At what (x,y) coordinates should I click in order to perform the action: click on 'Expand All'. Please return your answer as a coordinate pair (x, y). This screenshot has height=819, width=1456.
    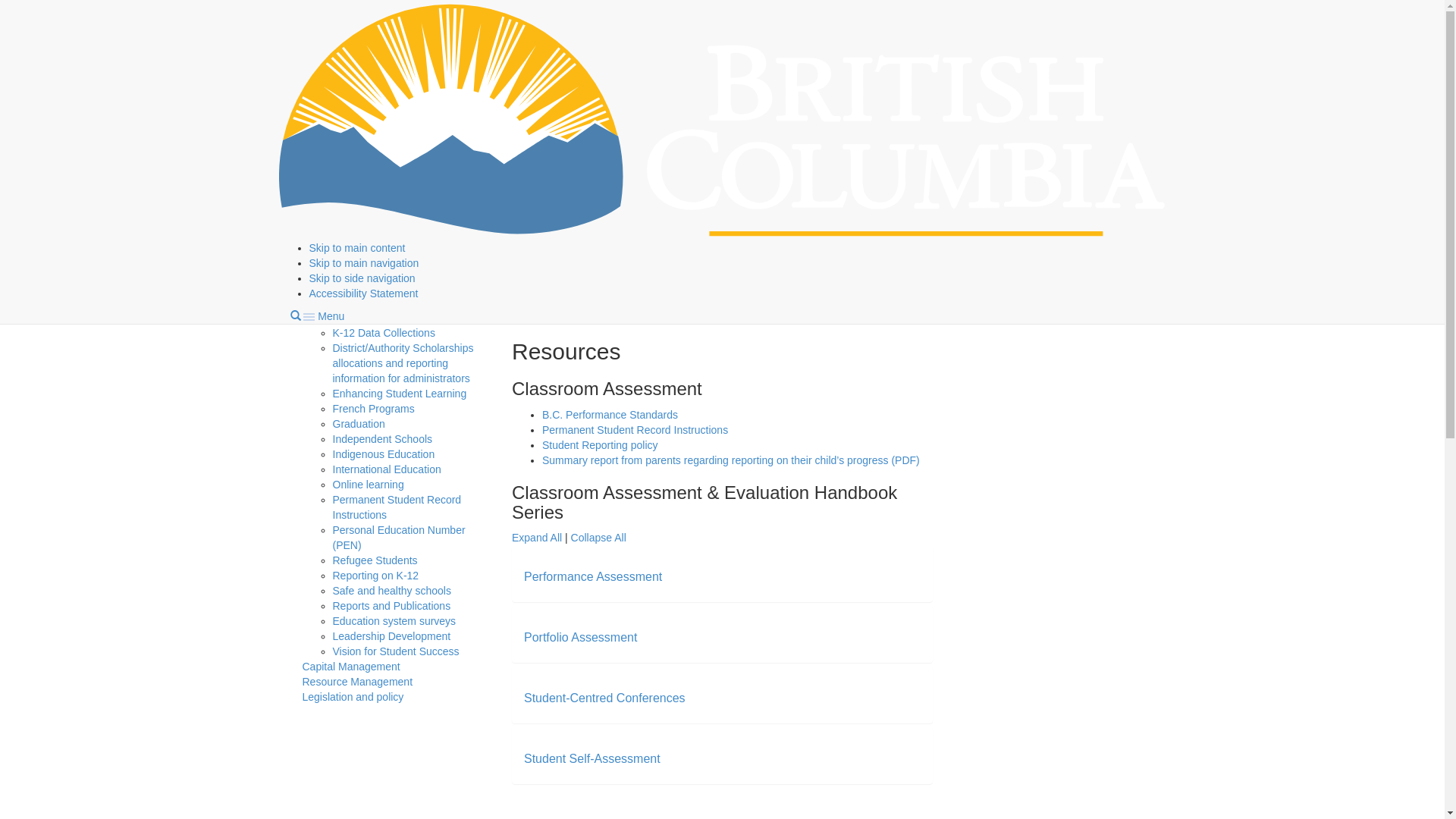
    Looking at the image, I should click on (512, 537).